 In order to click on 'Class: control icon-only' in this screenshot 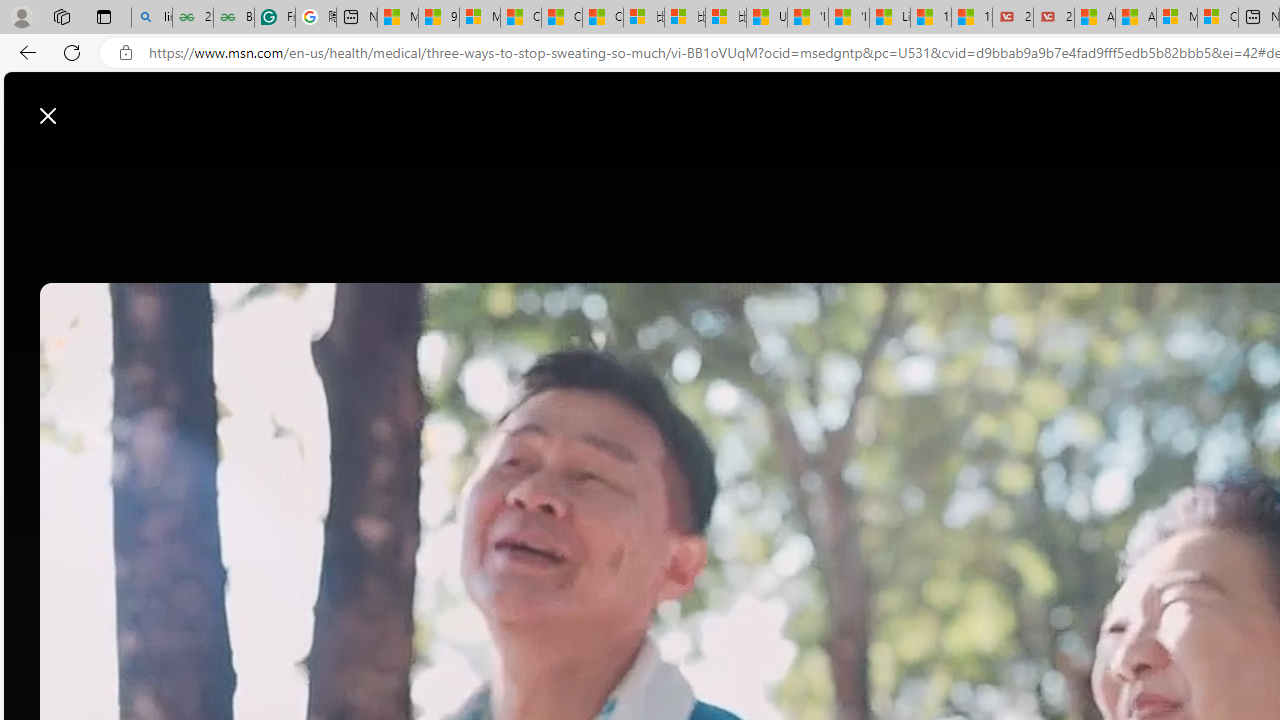, I will do `click(48, 115)`.